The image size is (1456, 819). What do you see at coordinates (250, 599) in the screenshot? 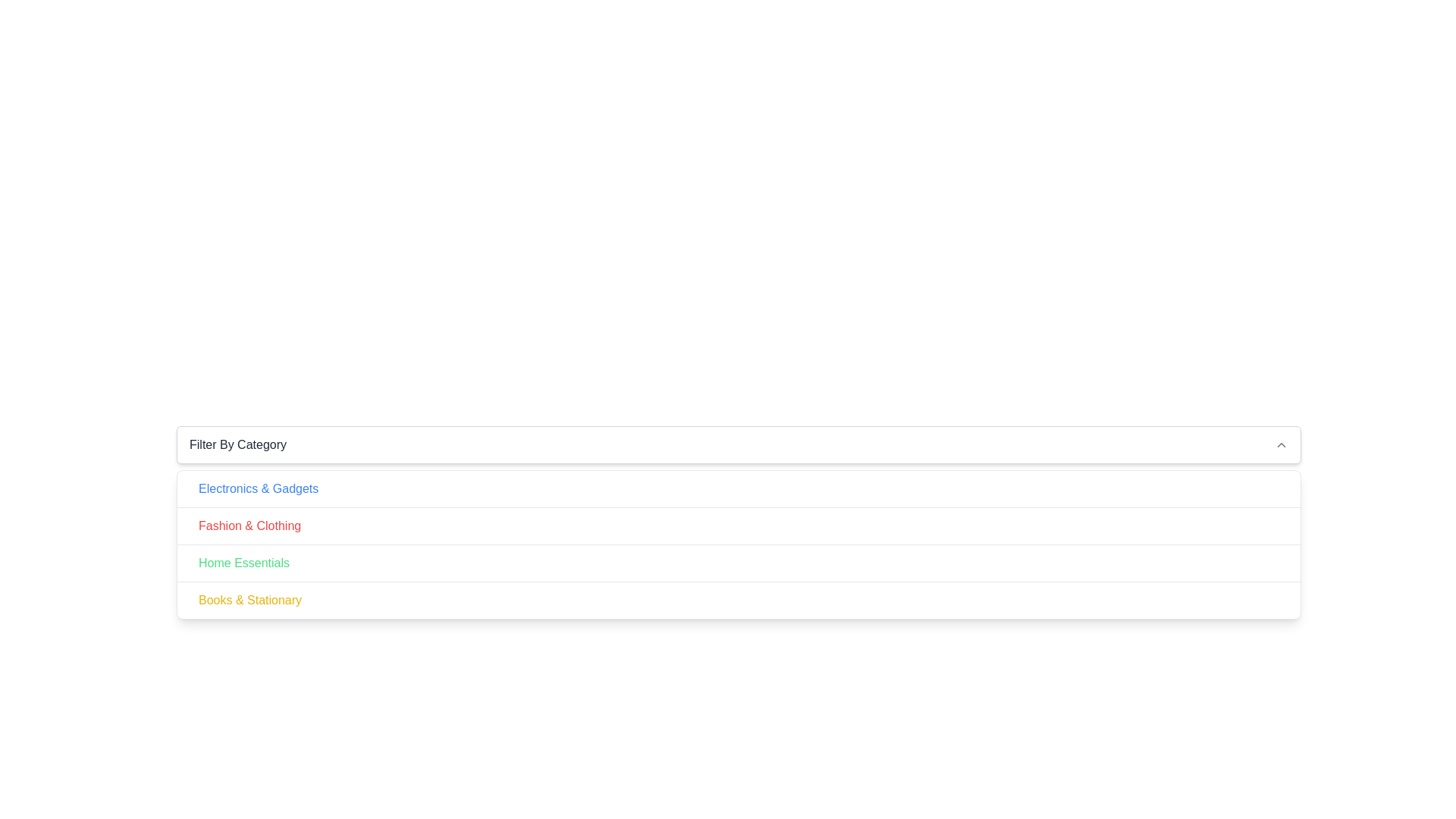
I see `the 'Books & Stationary' category label, which is located in the fourth row of the category list under 'Filter By Category'` at bounding box center [250, 599].